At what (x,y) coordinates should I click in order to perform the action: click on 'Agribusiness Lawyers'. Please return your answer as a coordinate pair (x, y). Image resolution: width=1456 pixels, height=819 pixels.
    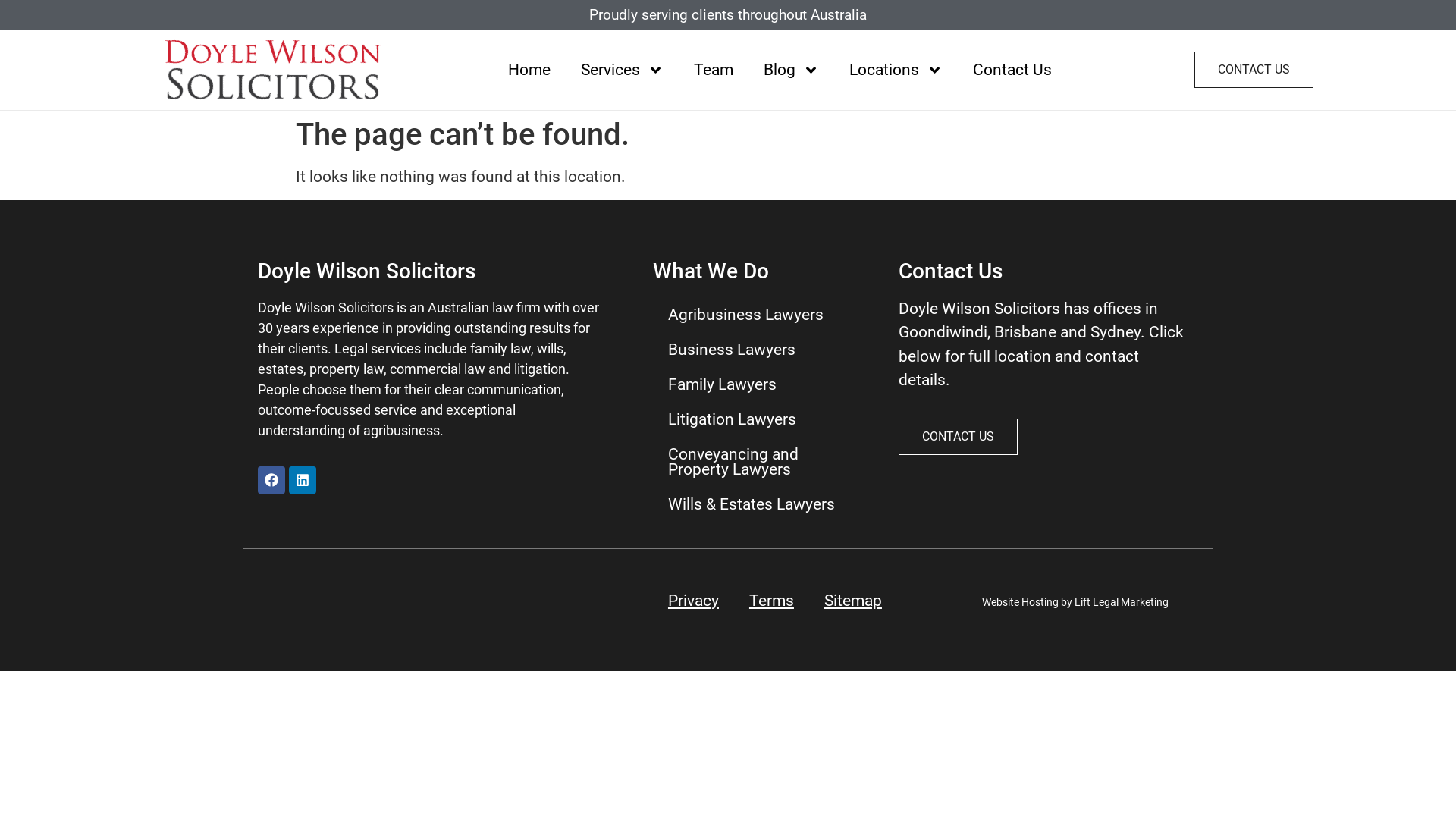
    Looking at the image, I should click on (761, 314).